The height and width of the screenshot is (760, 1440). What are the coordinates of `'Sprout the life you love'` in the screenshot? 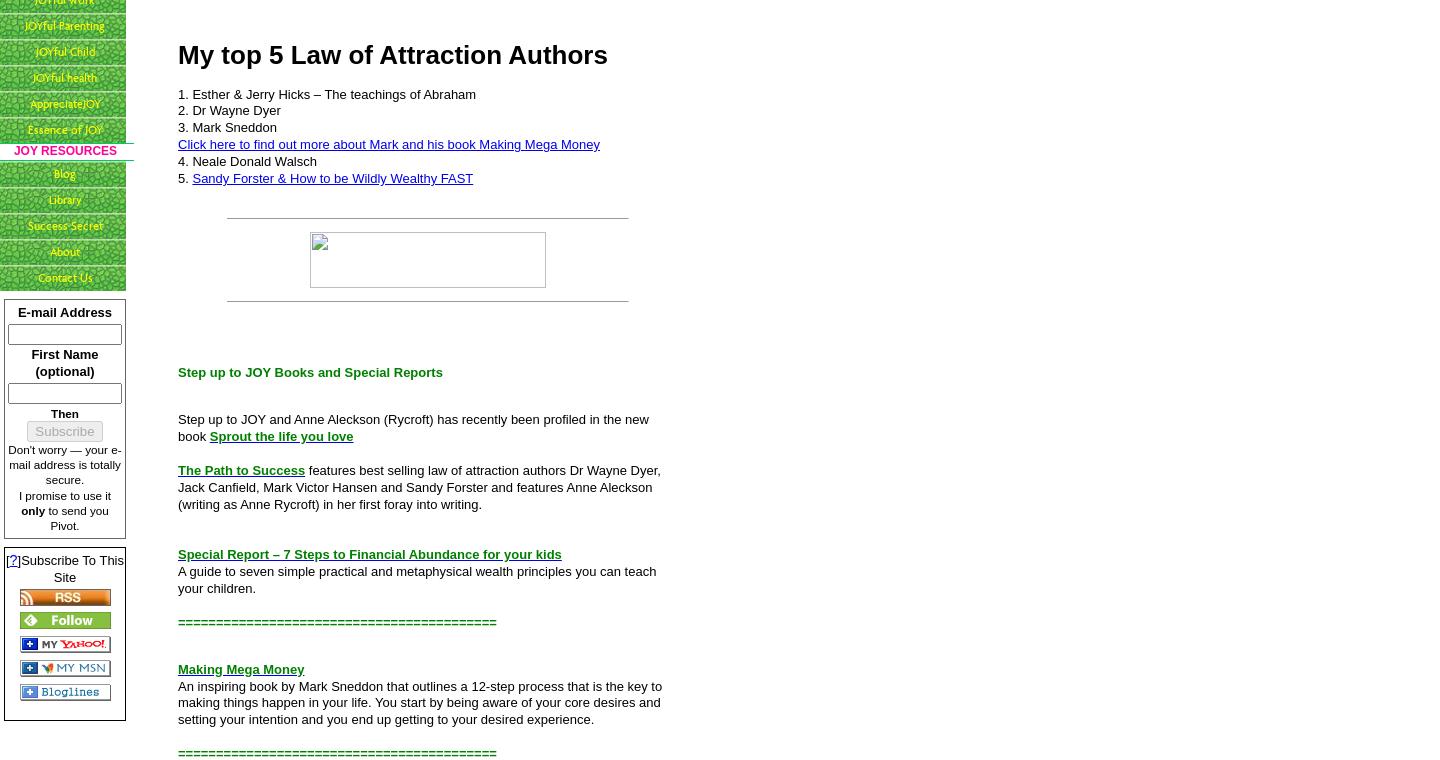 It's located at (279, 435).